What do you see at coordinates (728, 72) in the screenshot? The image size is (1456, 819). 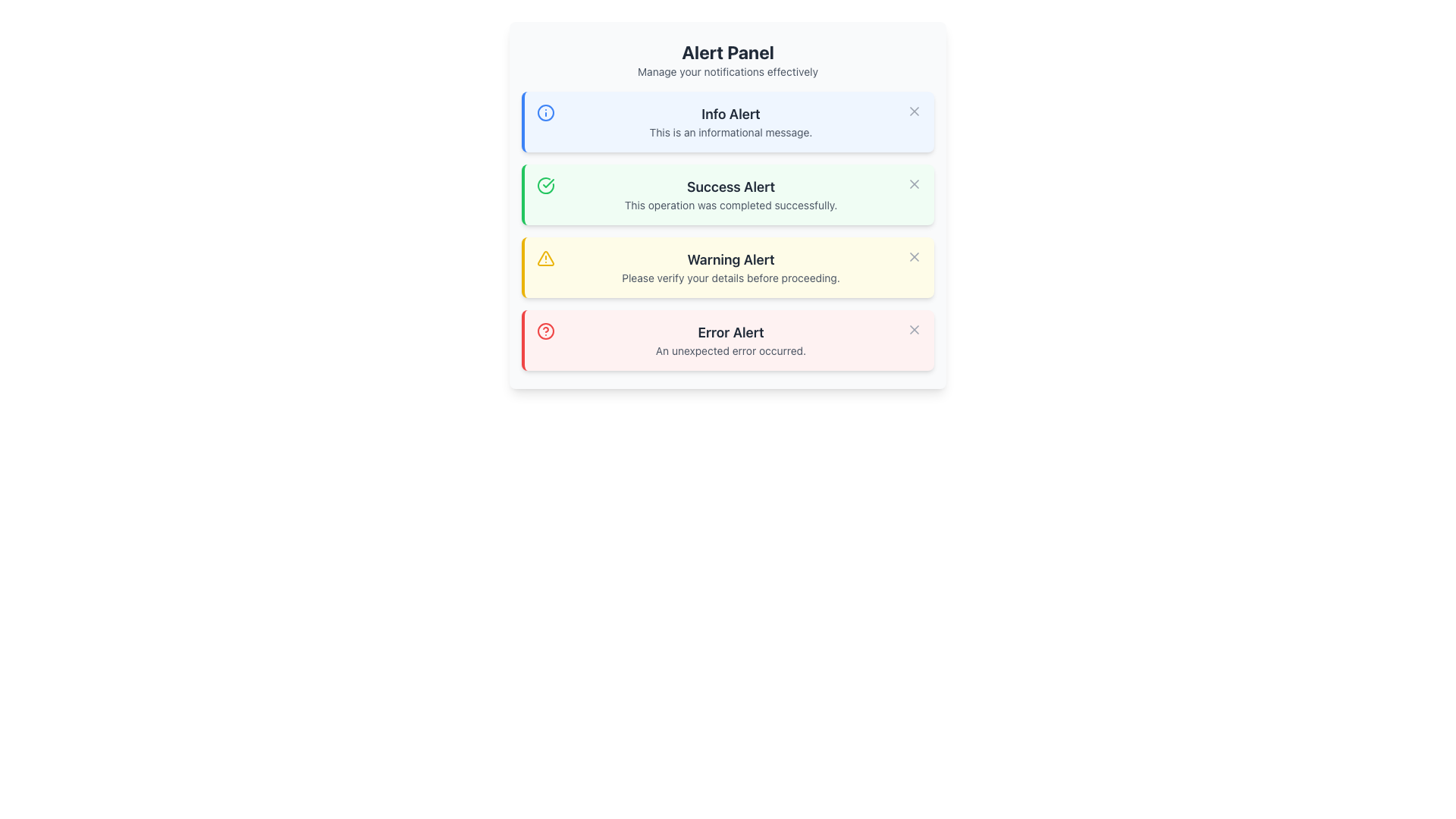 I see `the text label displaying 'Manage your notifications effectively', which is positioned below the 'Alert Panel' header` at bounding box center [728, 72].